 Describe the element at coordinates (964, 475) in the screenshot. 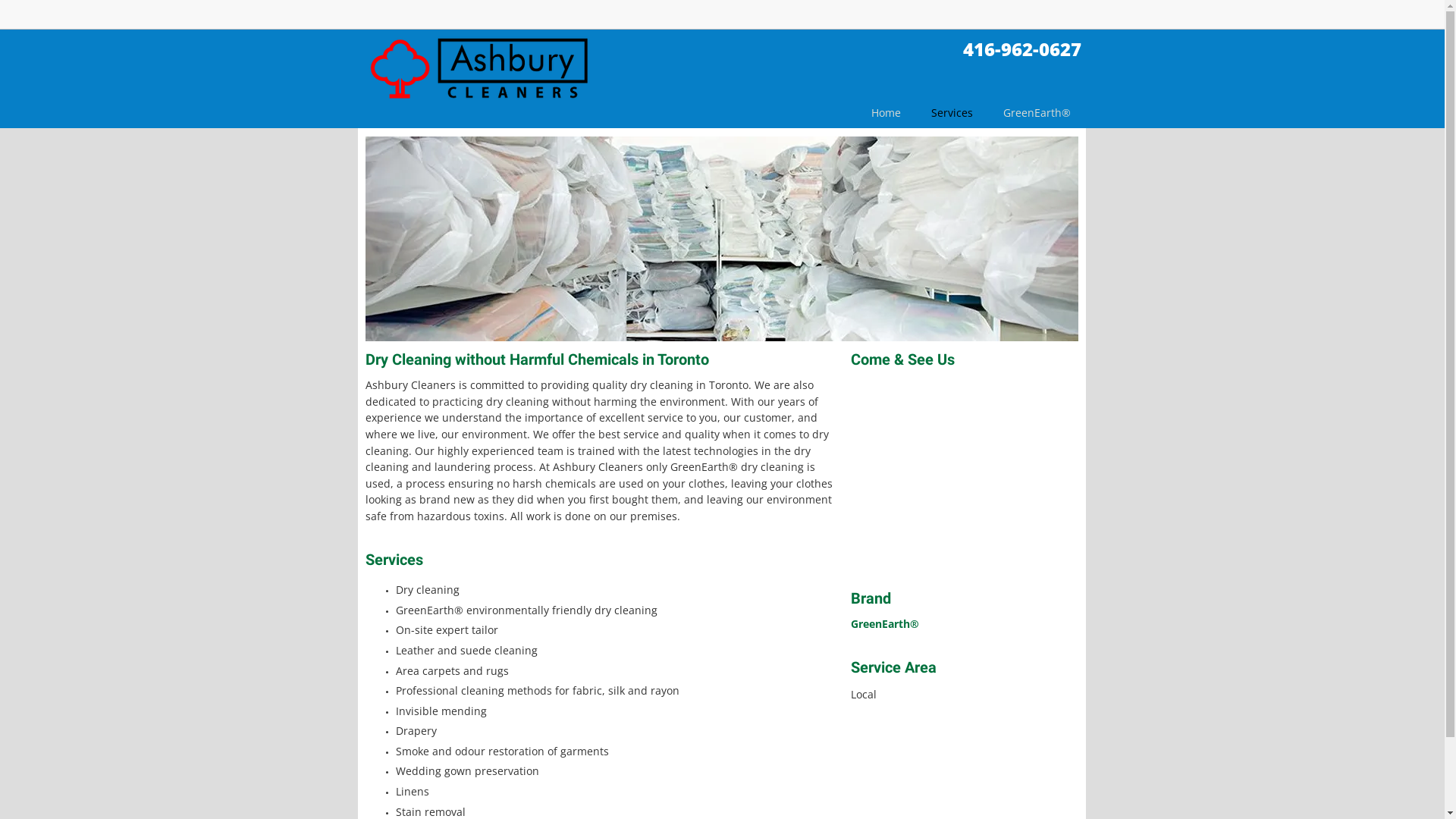

I see `'Google Maps'` at that location.